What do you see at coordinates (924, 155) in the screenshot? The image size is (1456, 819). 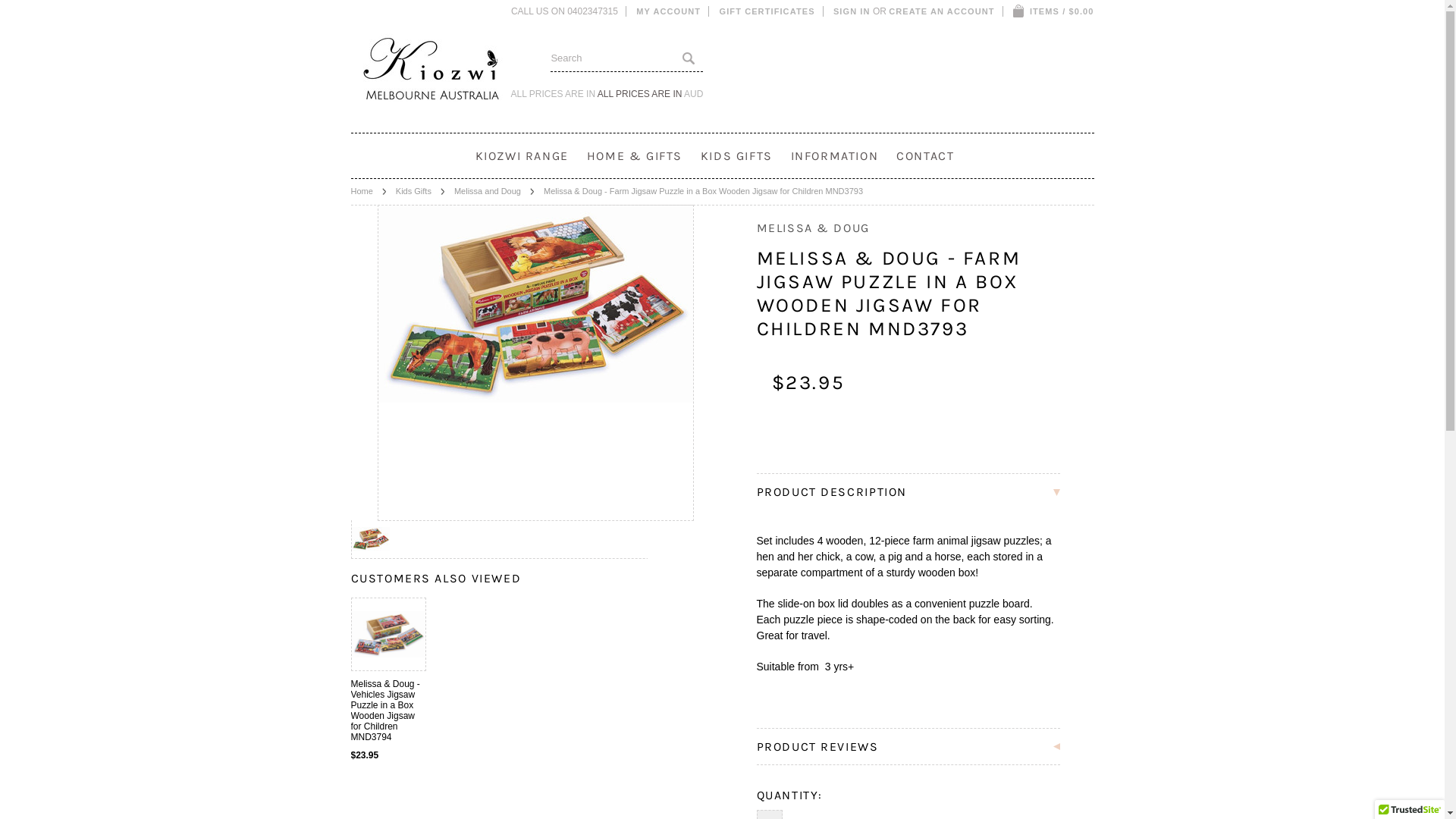 I see `'CONTACT'` at bounding box center [924, 155].